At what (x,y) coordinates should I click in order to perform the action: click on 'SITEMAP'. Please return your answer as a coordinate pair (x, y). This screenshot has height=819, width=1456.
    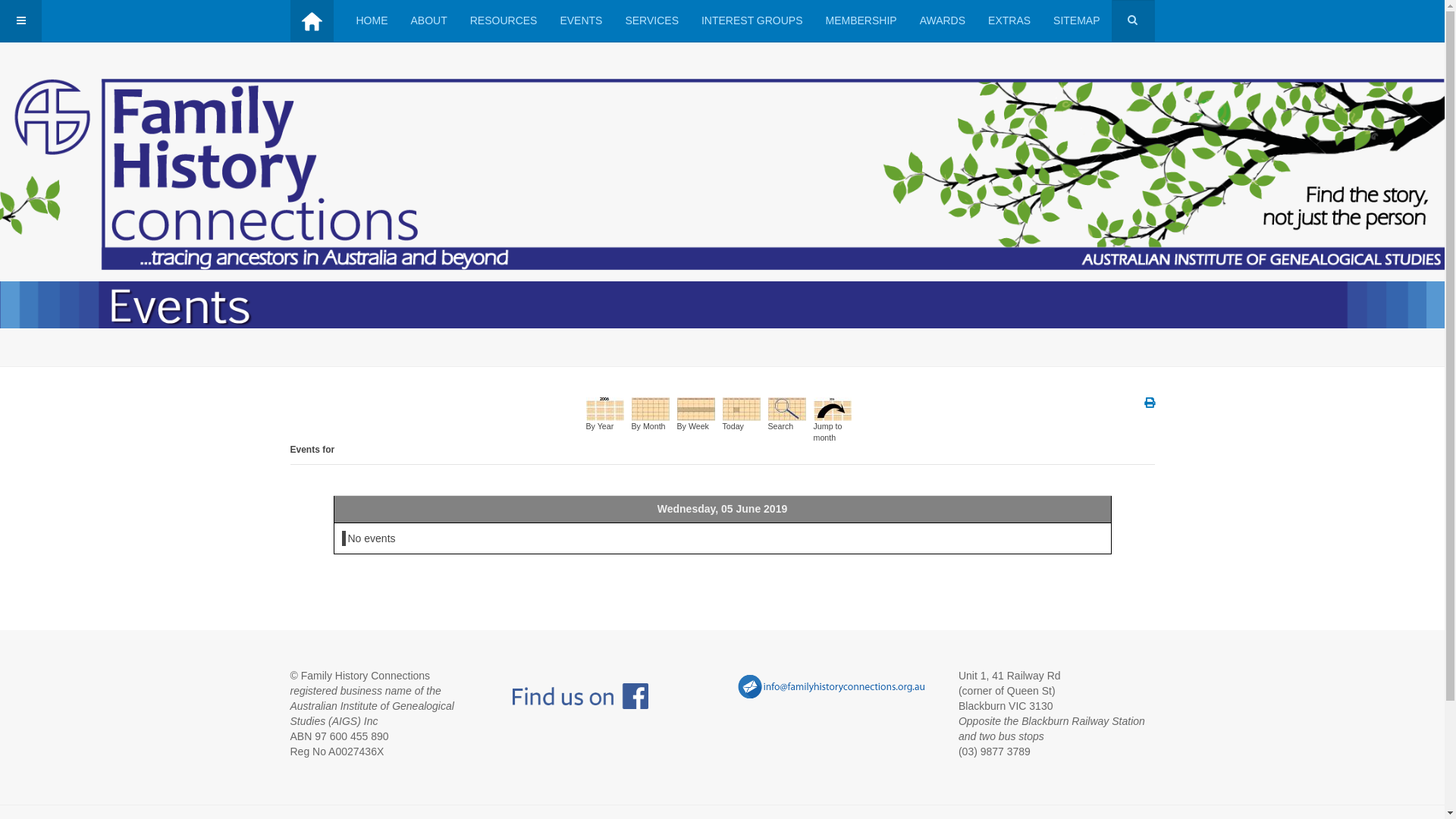
    Looking at the image, I should click on (1075, 20).